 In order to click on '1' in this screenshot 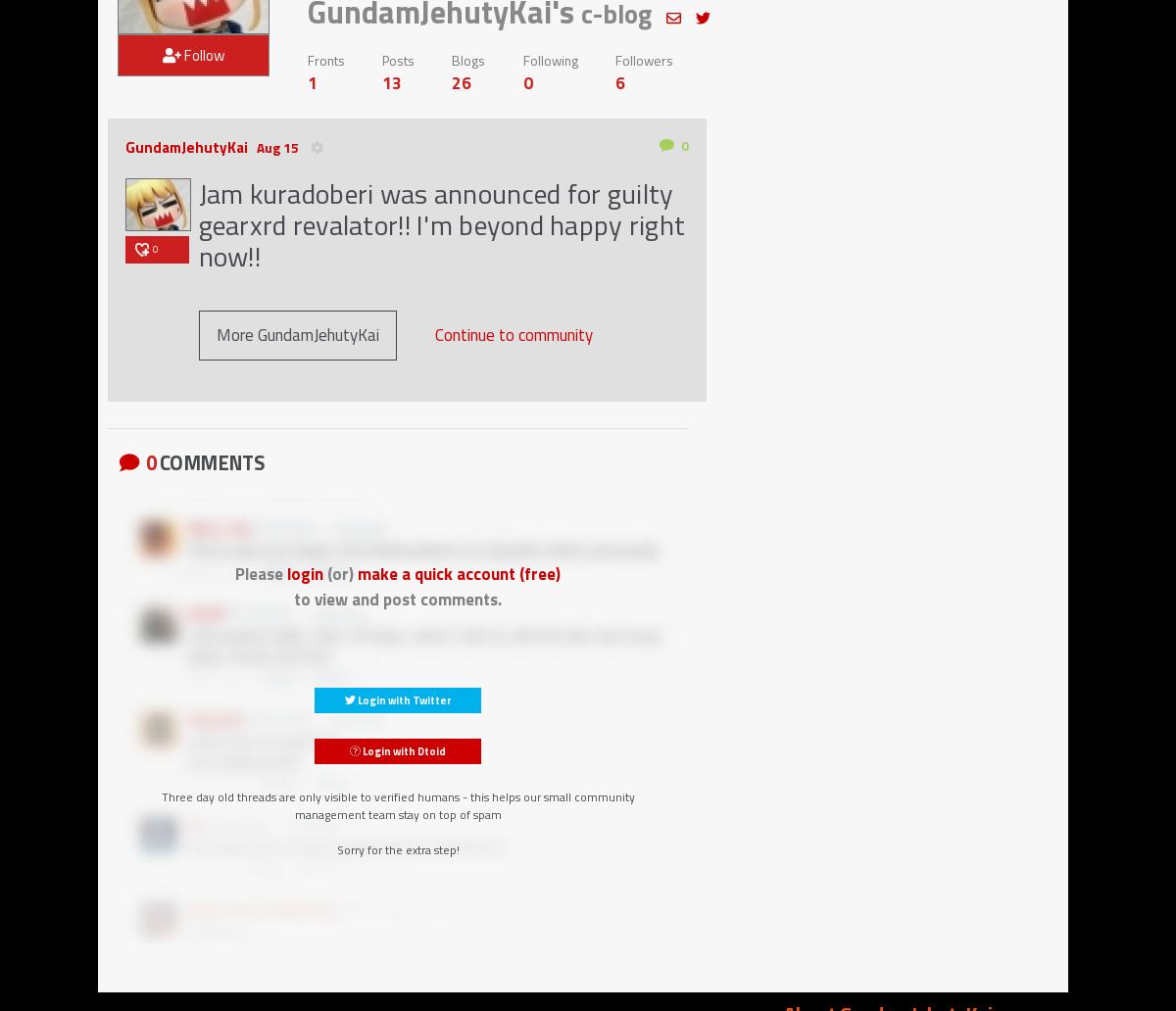, I will do `click(312, 82)`.